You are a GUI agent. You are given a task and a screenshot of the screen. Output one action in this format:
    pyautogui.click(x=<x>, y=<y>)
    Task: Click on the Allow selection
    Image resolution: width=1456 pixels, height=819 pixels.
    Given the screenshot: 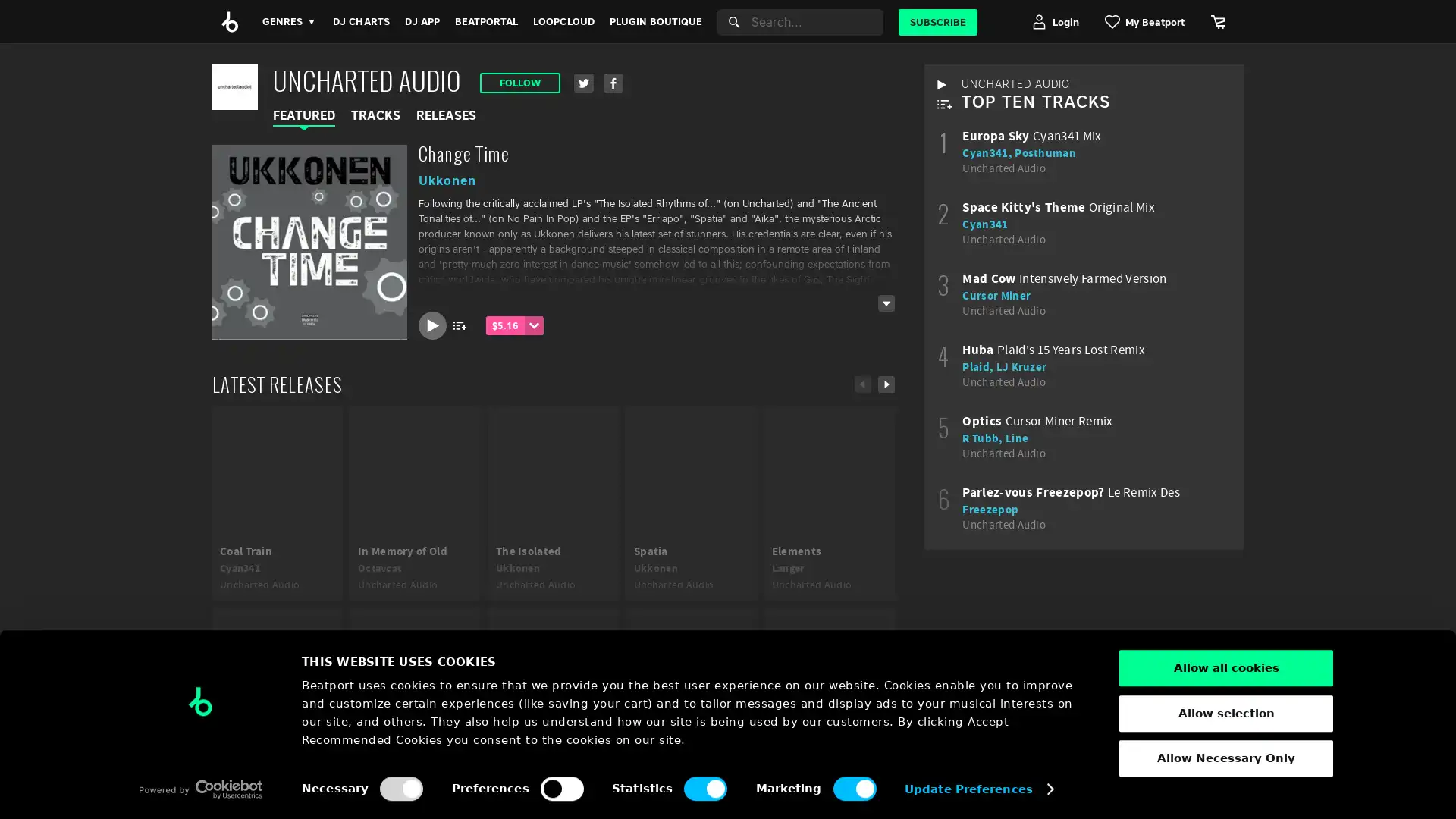 What is the action you would take?
    pyautogui.click(x=1226, y=713)
    